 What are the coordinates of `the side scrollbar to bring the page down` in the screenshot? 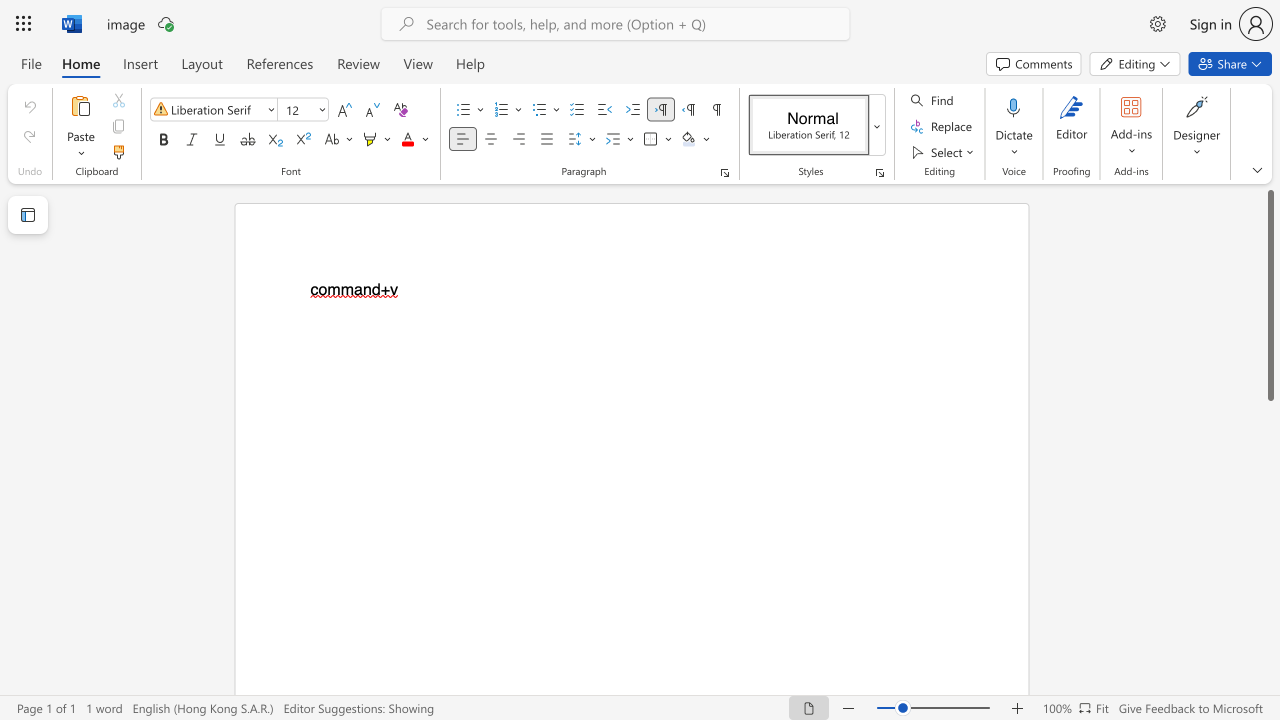 It's located at (1269, 508).